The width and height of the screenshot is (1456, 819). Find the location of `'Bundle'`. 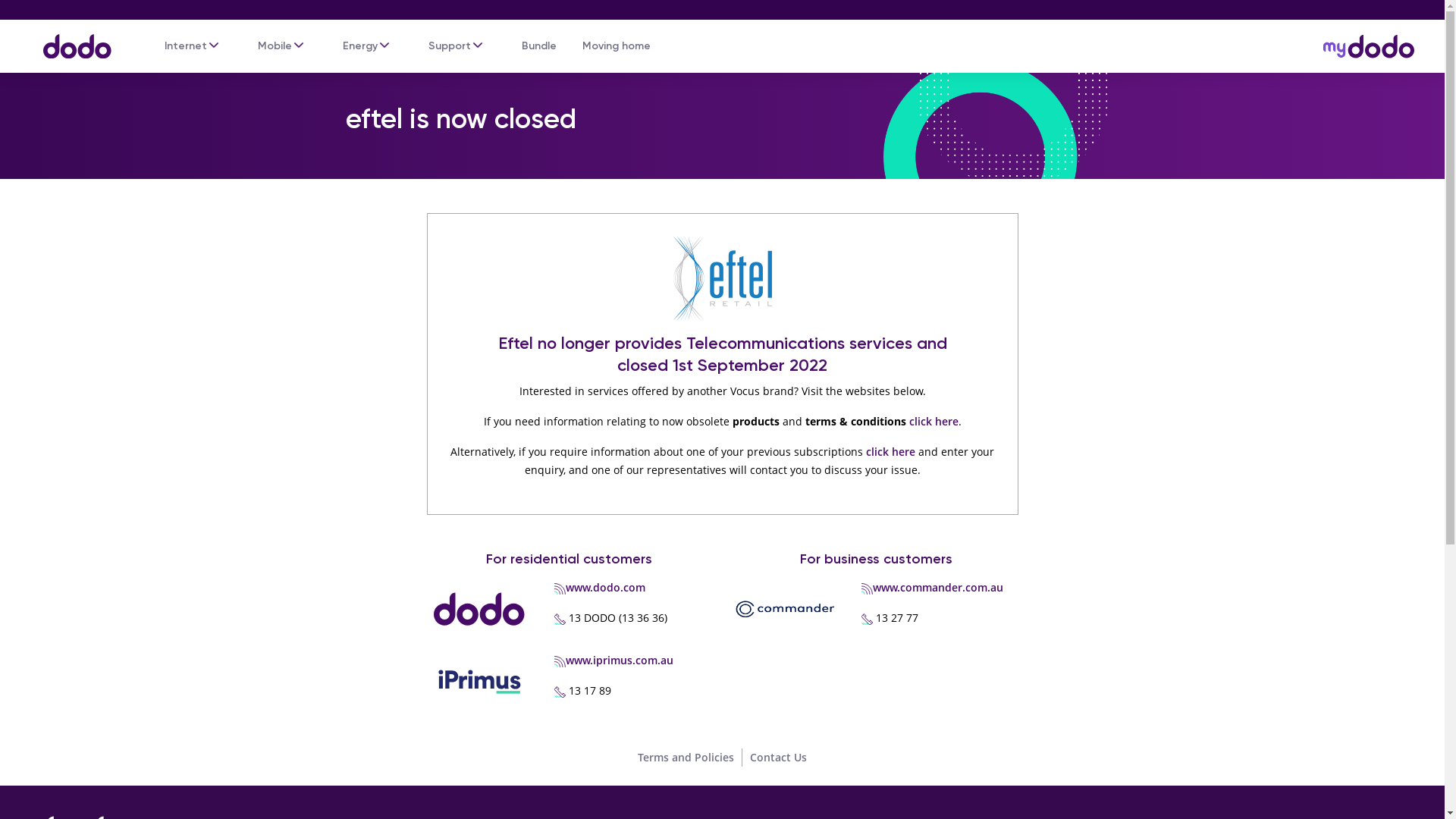

'Bundle' is located at coordinates (538, 45).